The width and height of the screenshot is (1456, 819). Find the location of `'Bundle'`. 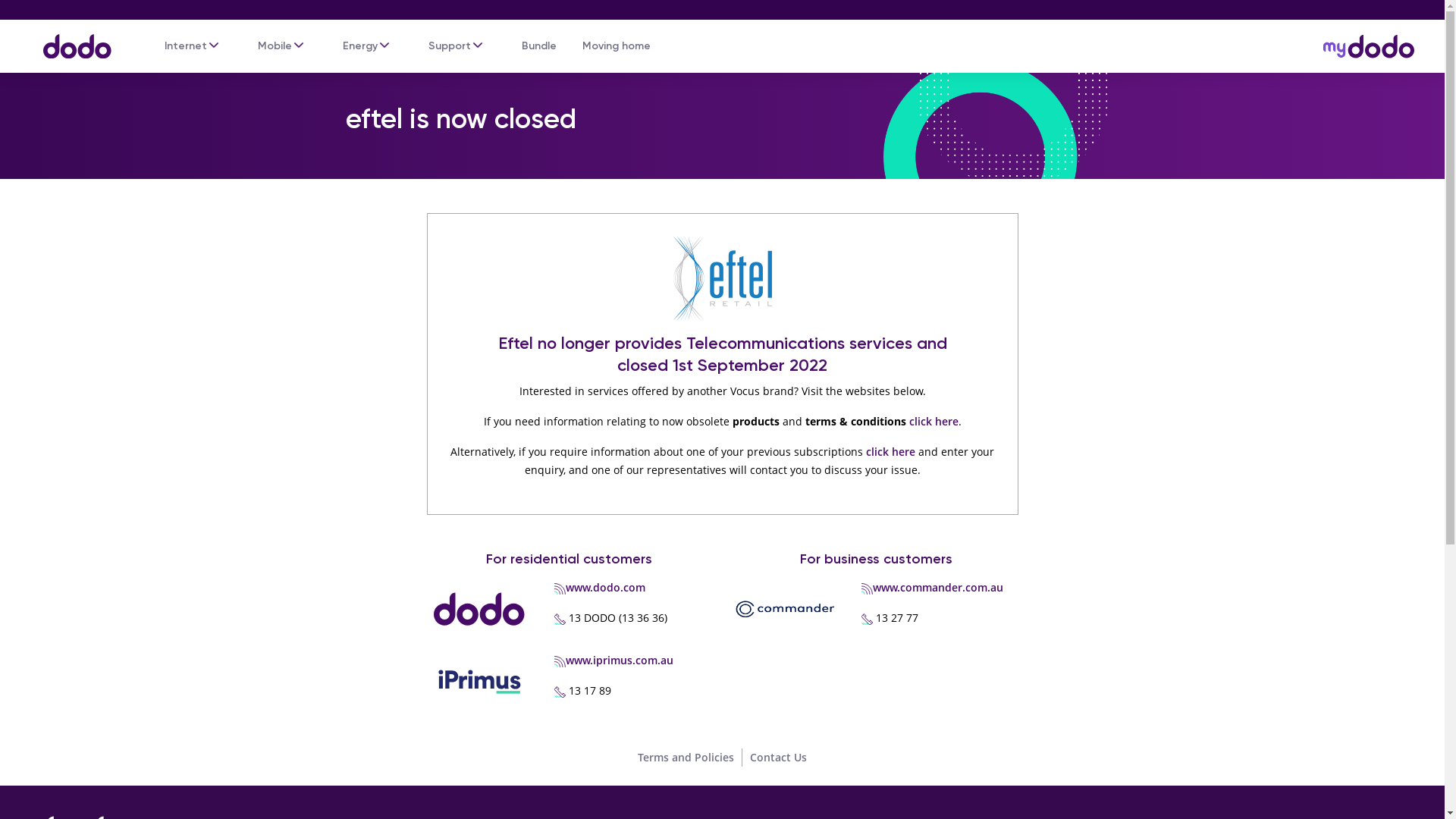

'Bundle' is located at coordinates (538, 45).